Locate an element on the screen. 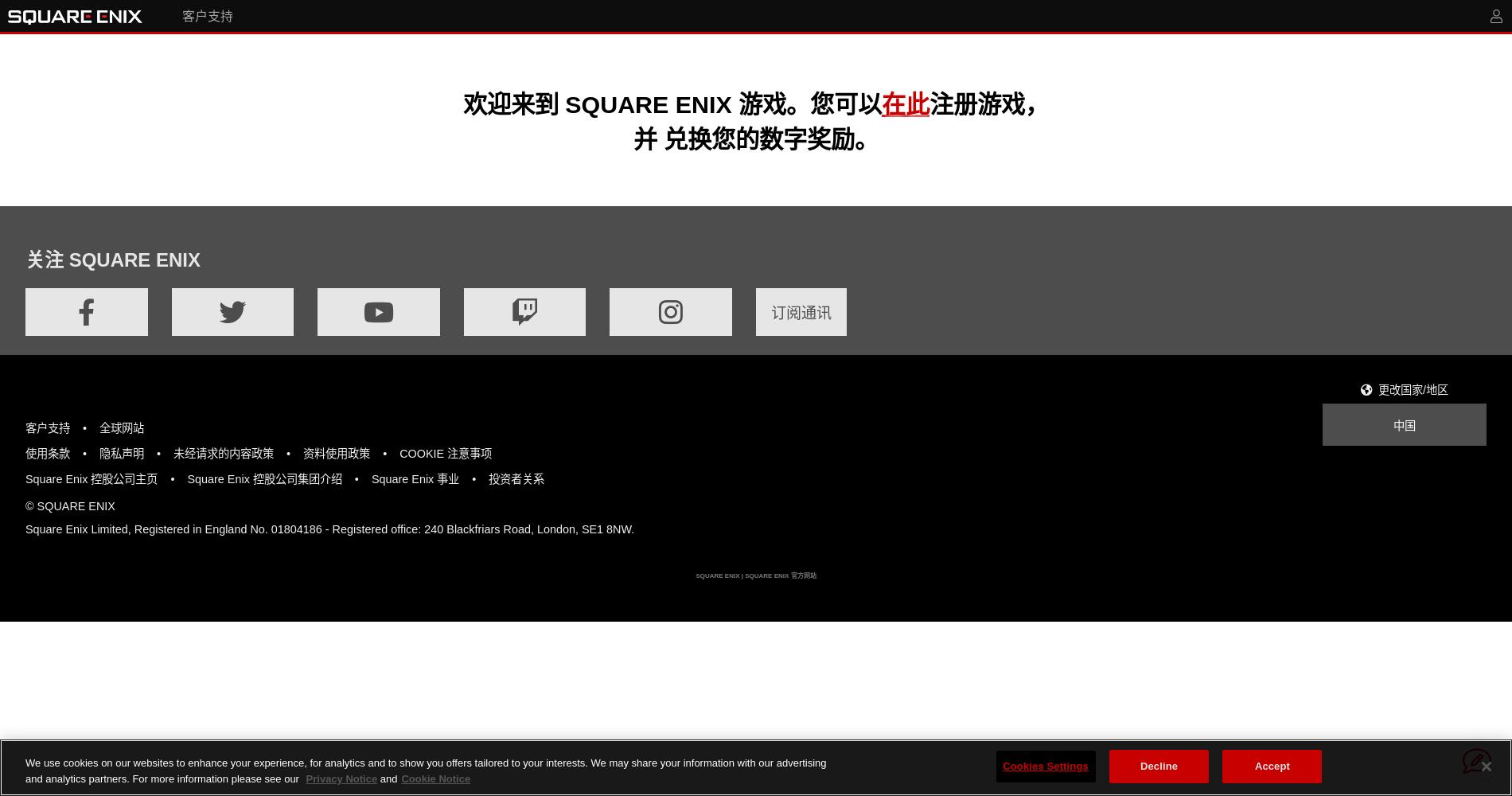 Image resolution: width=1512 pixels, height=796 pixels. '© SQUARE ENIX' is located at coordinates (69, 506).